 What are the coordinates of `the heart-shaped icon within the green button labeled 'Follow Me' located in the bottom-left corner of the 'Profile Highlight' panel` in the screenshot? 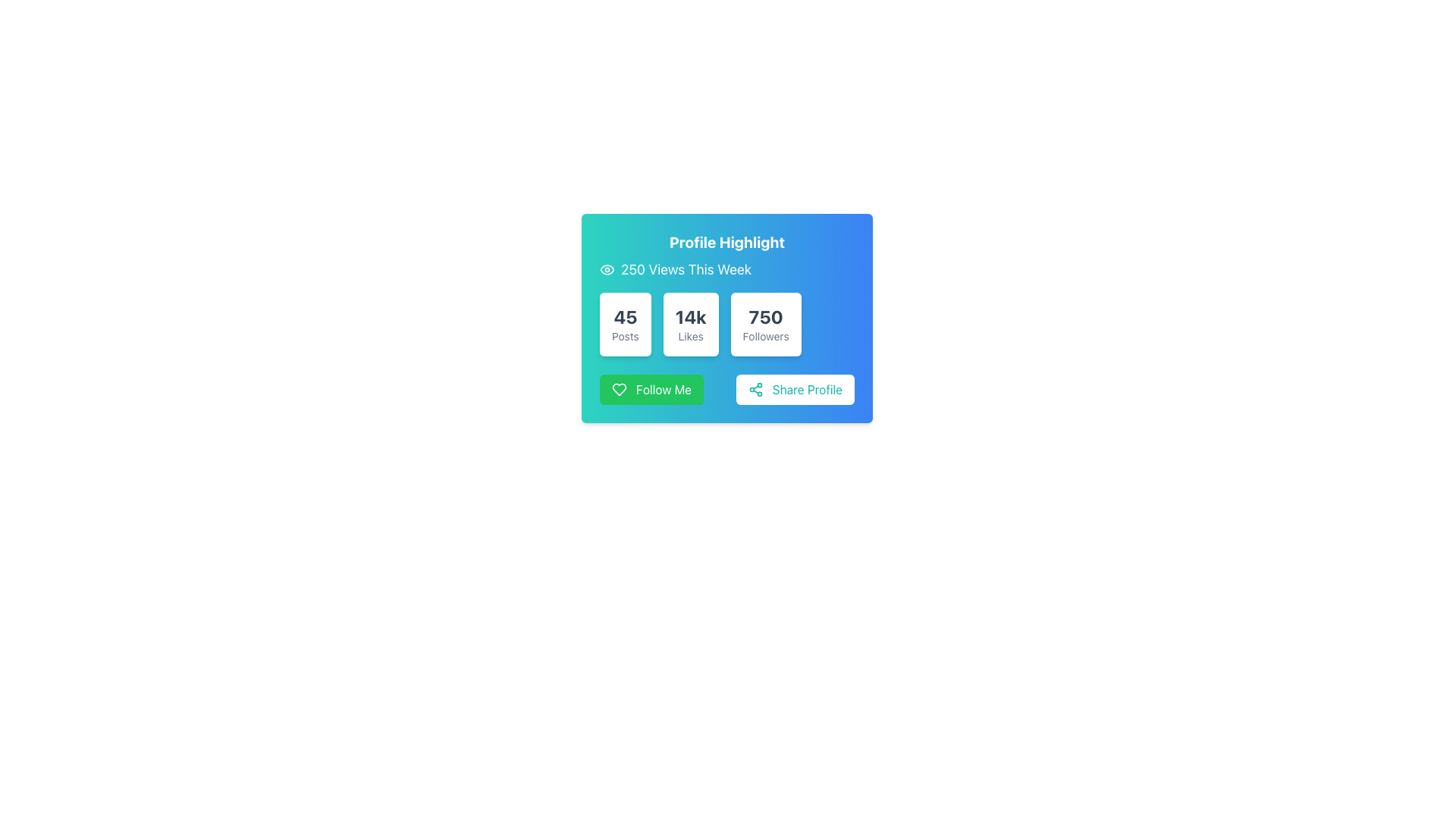 It's located at (619, 388).